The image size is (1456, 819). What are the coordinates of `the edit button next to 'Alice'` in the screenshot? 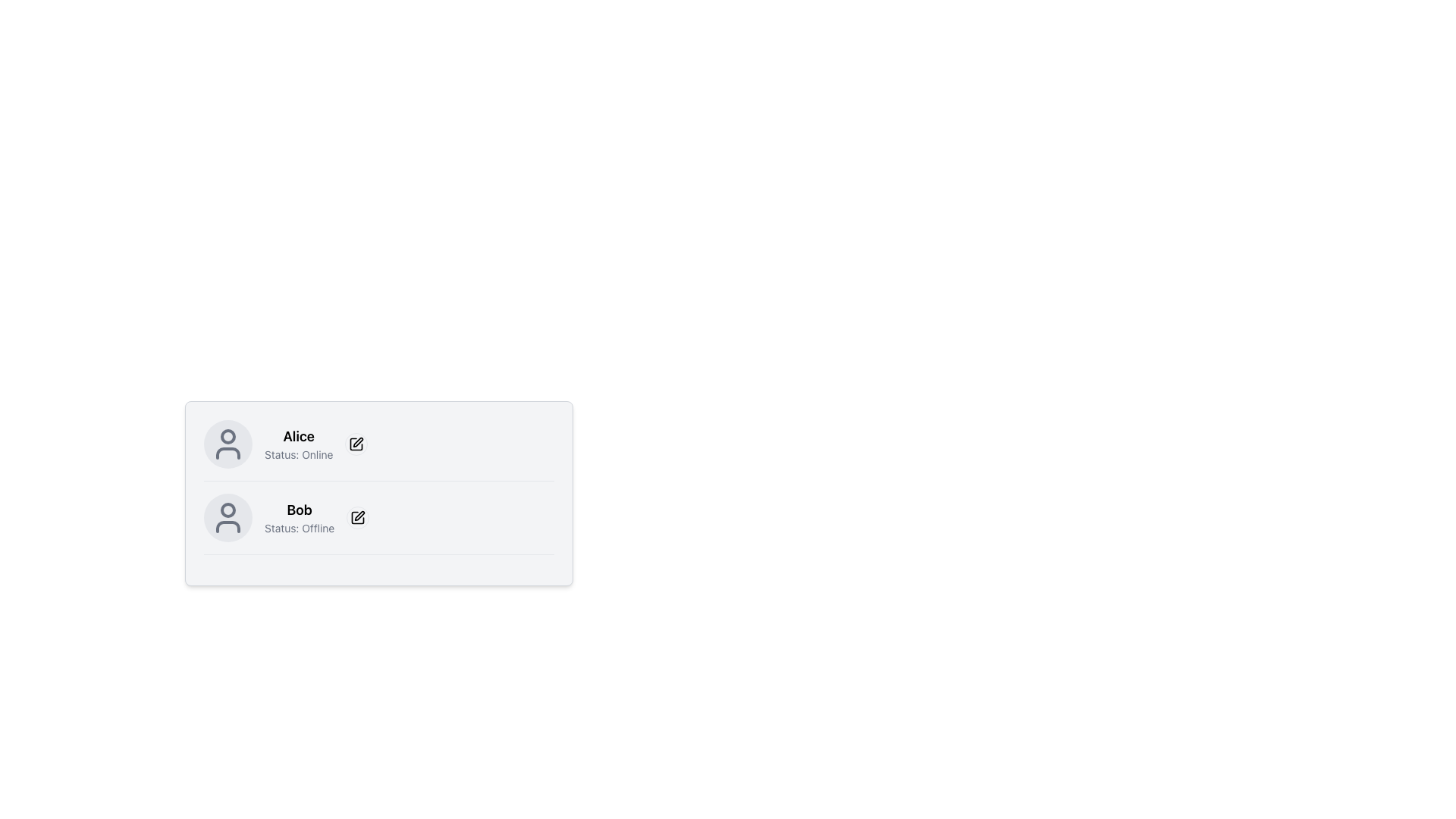 It's located at (356, 444).